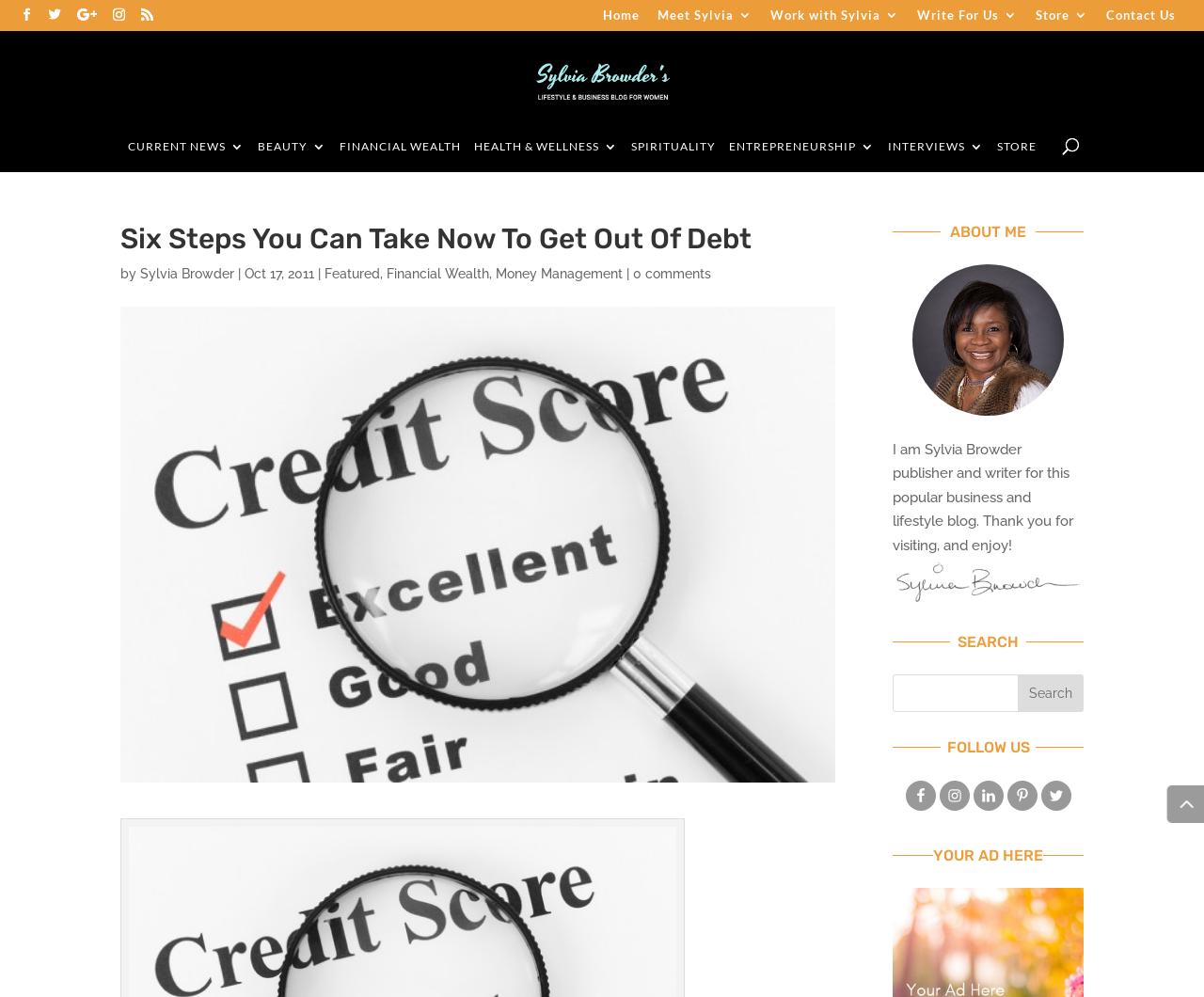  I want to click on 'Fitness', so click(516, 230).